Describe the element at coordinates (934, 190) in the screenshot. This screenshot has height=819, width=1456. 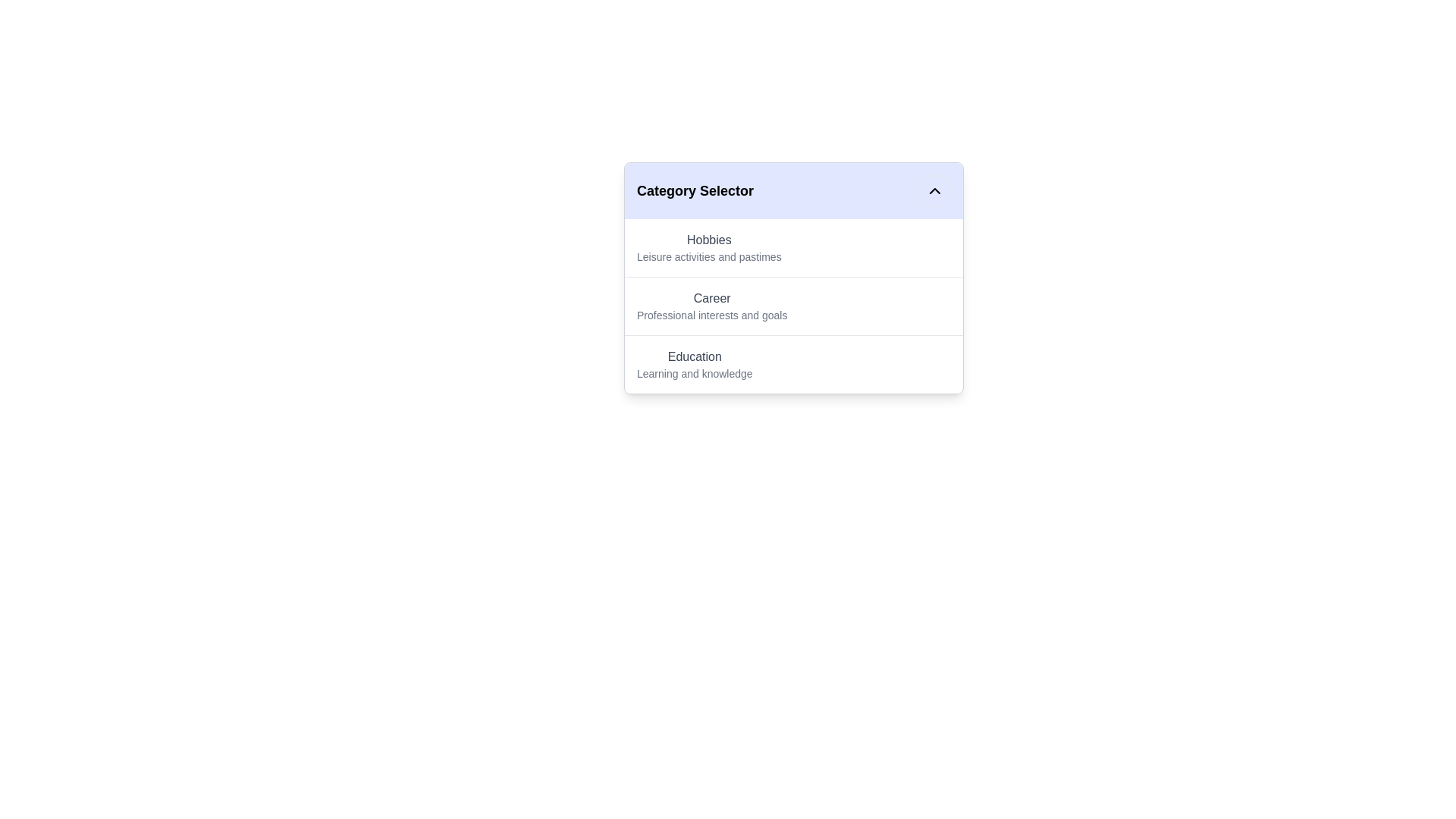
I see `the toggle button located in the top-right corner of the 'Category Selector' panel` at that location.